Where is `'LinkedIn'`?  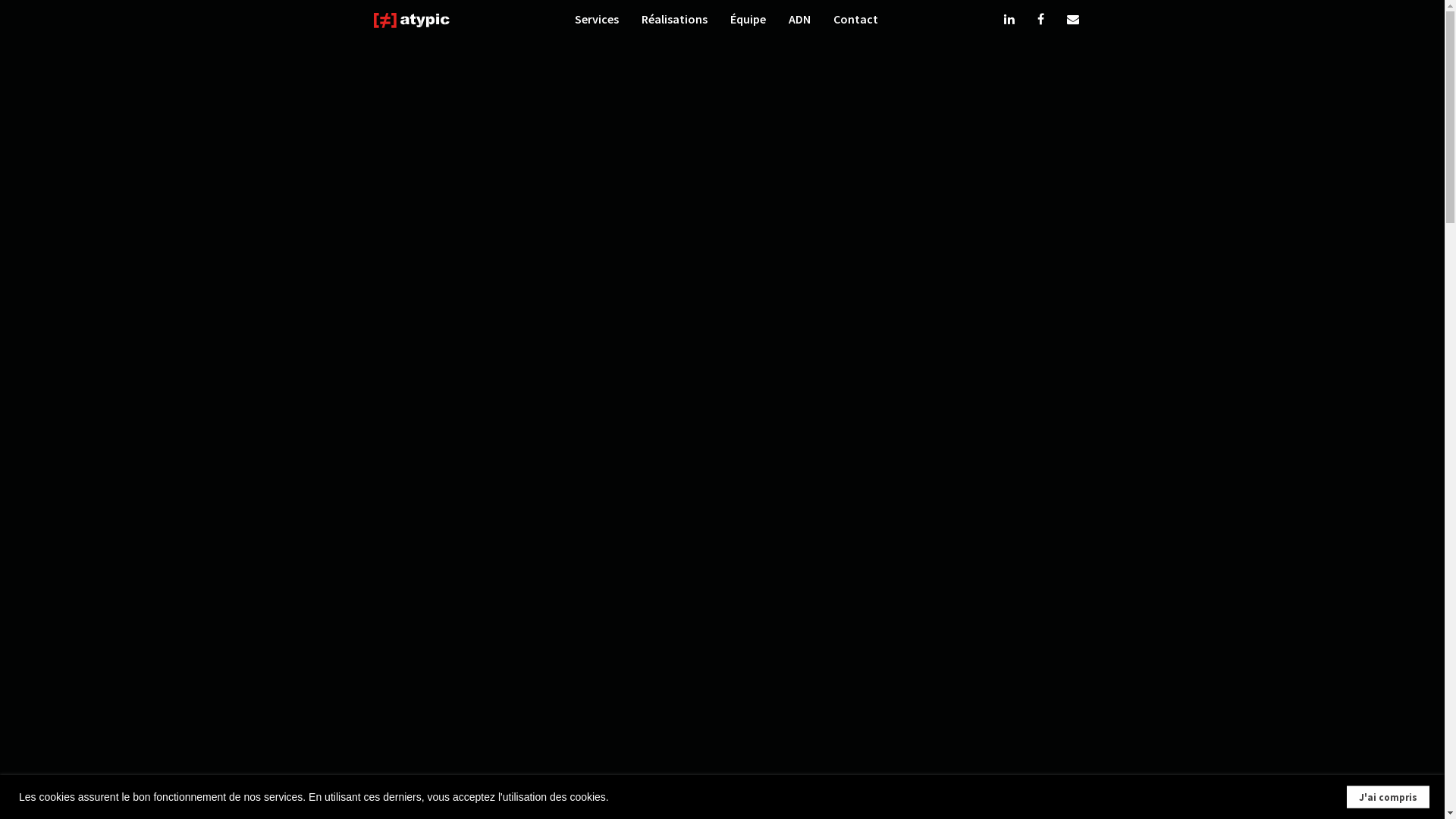 'LinkedIn' is located at coordinates (1009, 20).